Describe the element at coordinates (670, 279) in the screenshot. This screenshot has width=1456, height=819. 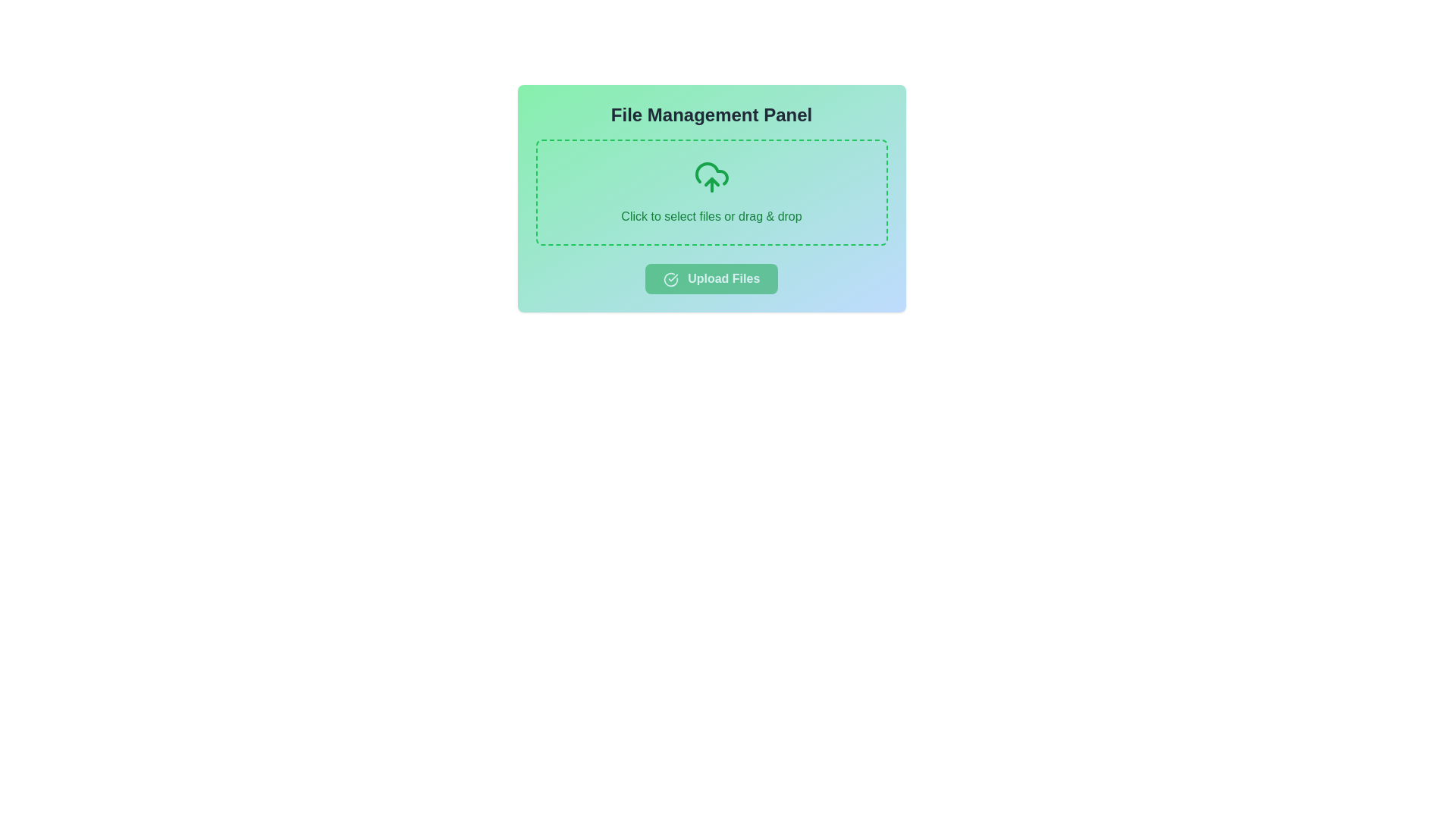
I see `the visual style of the success icon located inside the green 'Upload Files' button, which is positioned at the bottom center of the interface, immediately left of the label text` at that location.